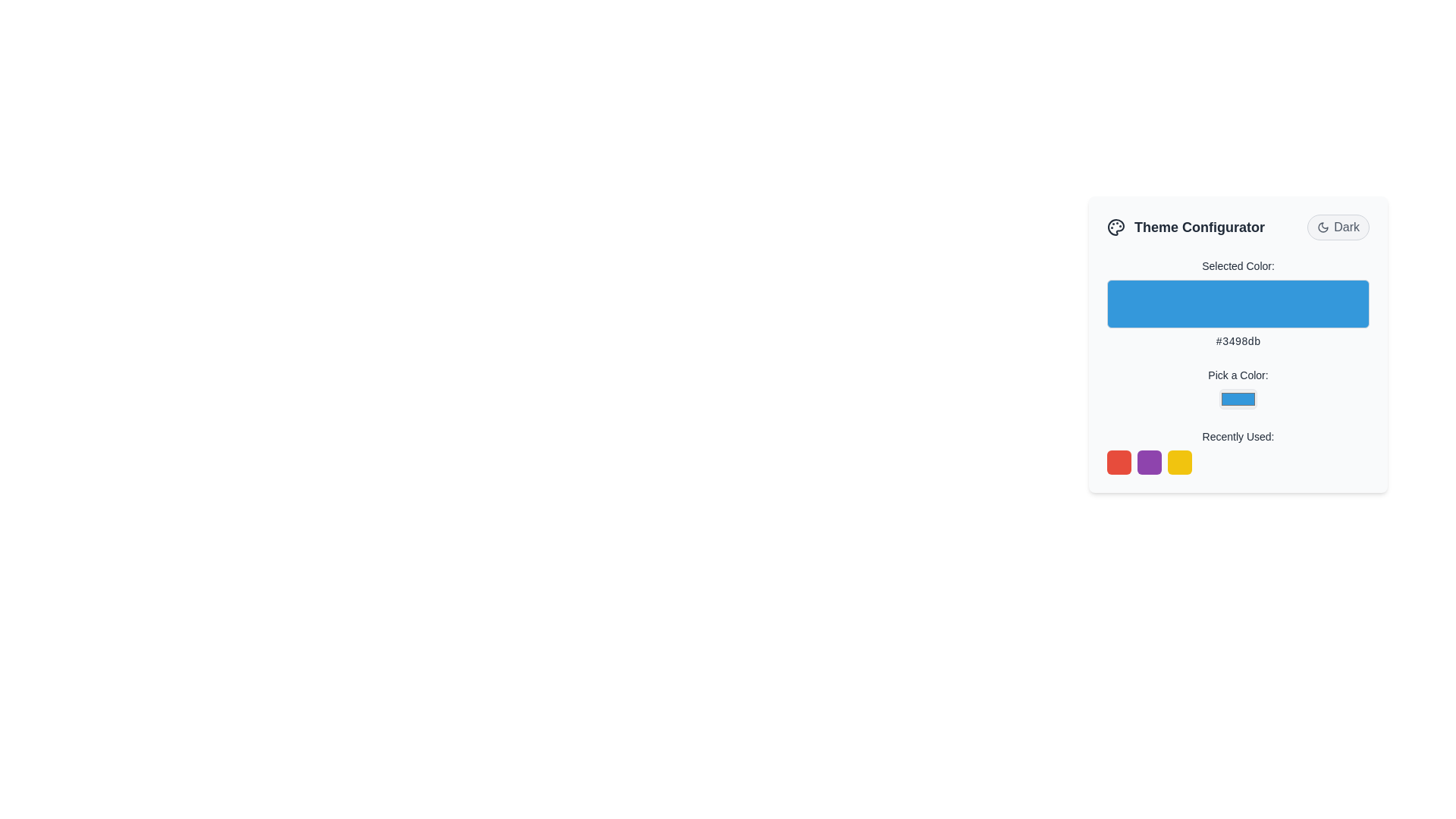 The height and width of the screenshot is (819, 1456). I want to click on the first red square button with rounded borders located at the bottom left of the 'Recently Used' section, so click(1119, 461).